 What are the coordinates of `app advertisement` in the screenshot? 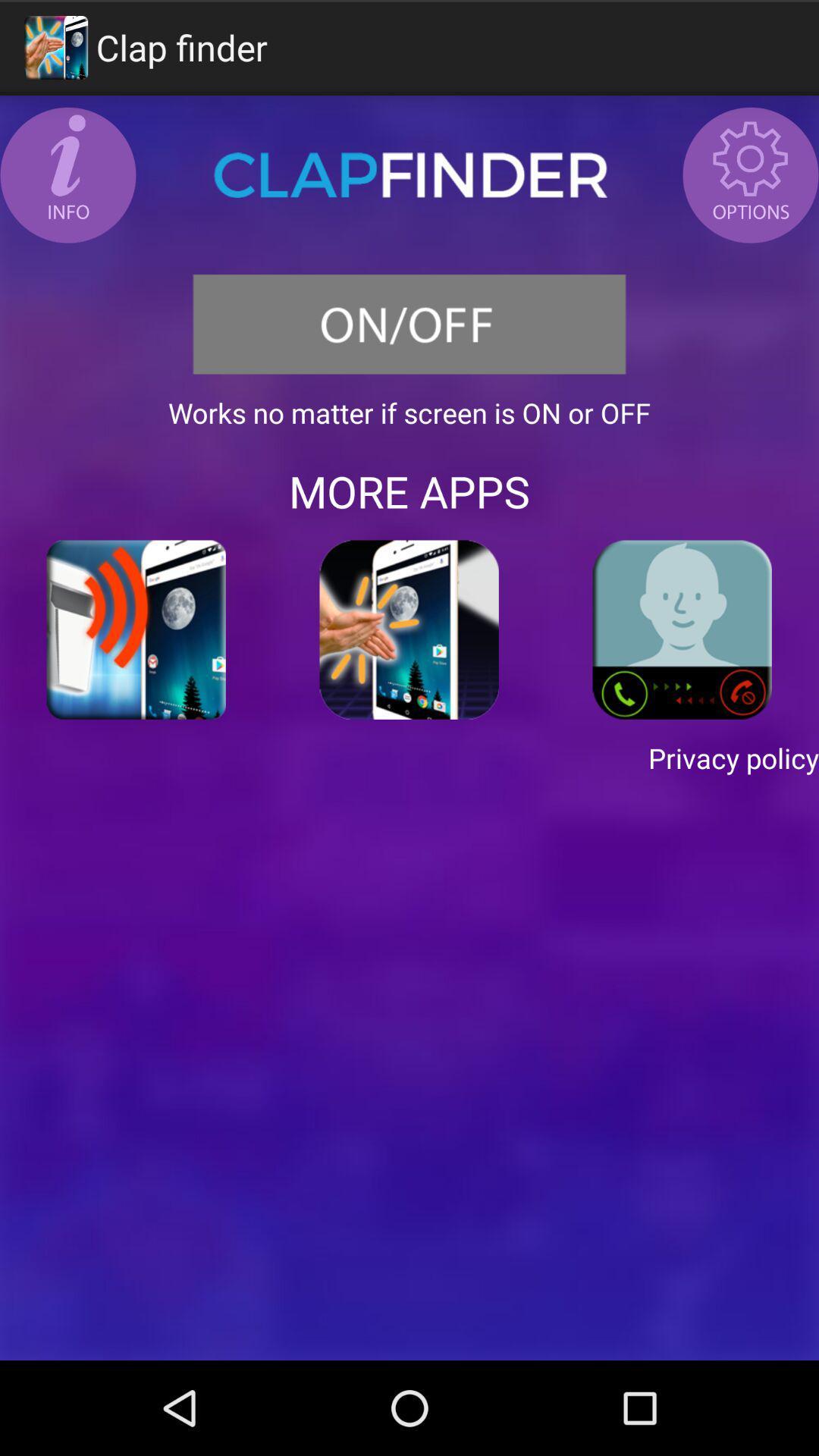 It's located at (681, 629).